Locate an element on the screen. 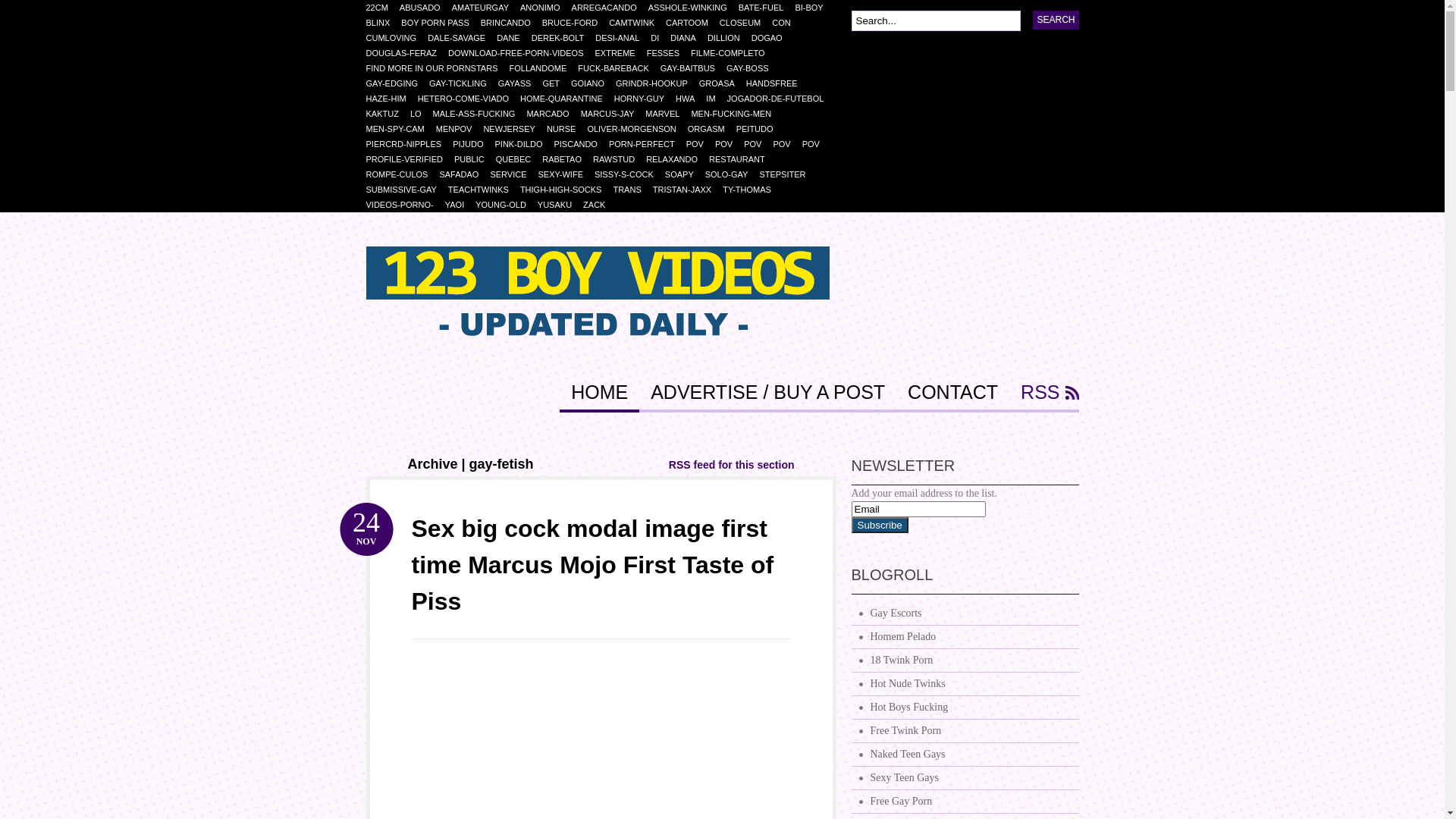 This screenshot has width=1456, height=819. 'Subscribe' is located at coordinates (879, 524).